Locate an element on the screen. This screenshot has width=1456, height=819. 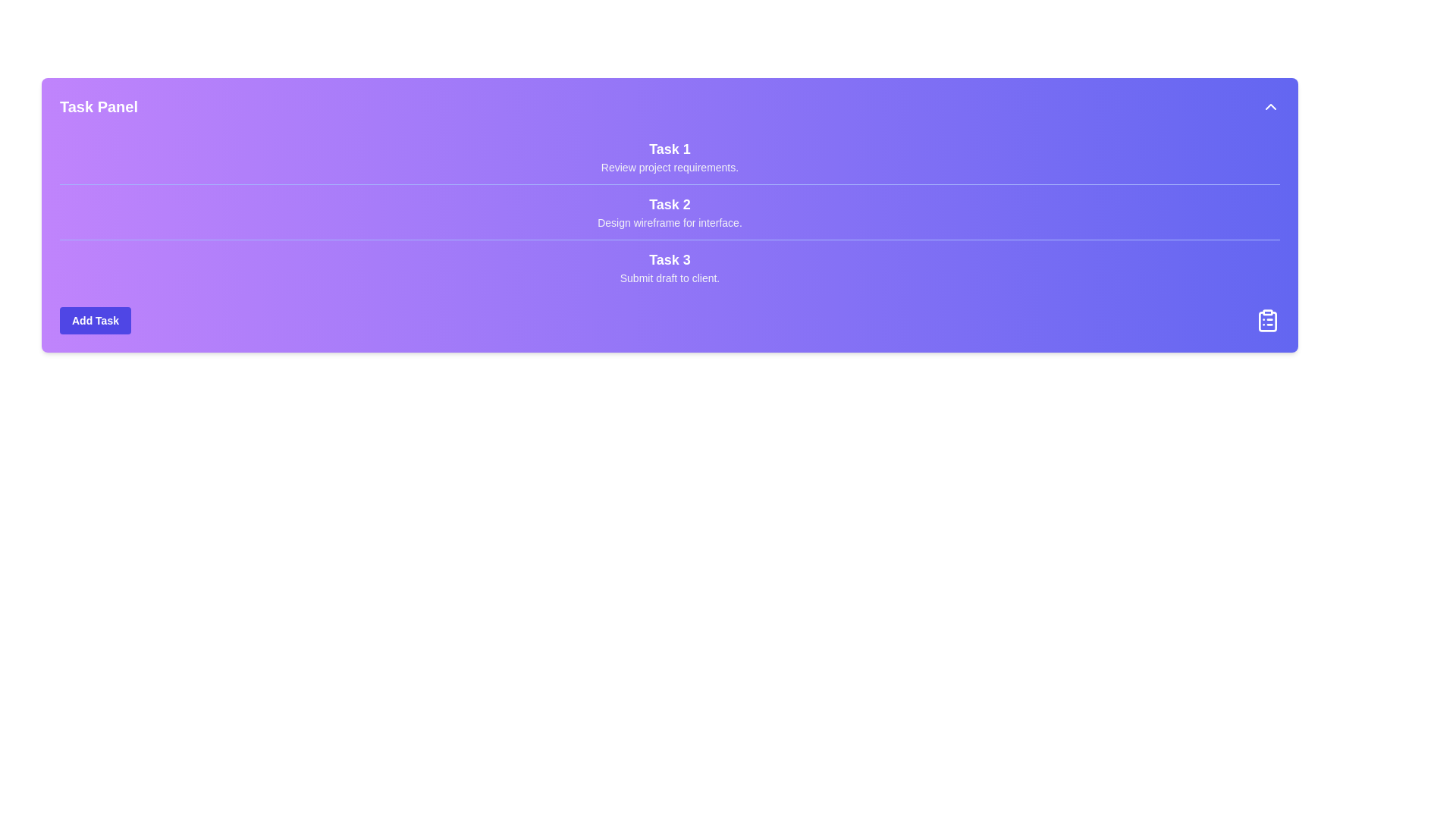
the task list item labeled 'Task 1' is located at coordinates (669, 157).